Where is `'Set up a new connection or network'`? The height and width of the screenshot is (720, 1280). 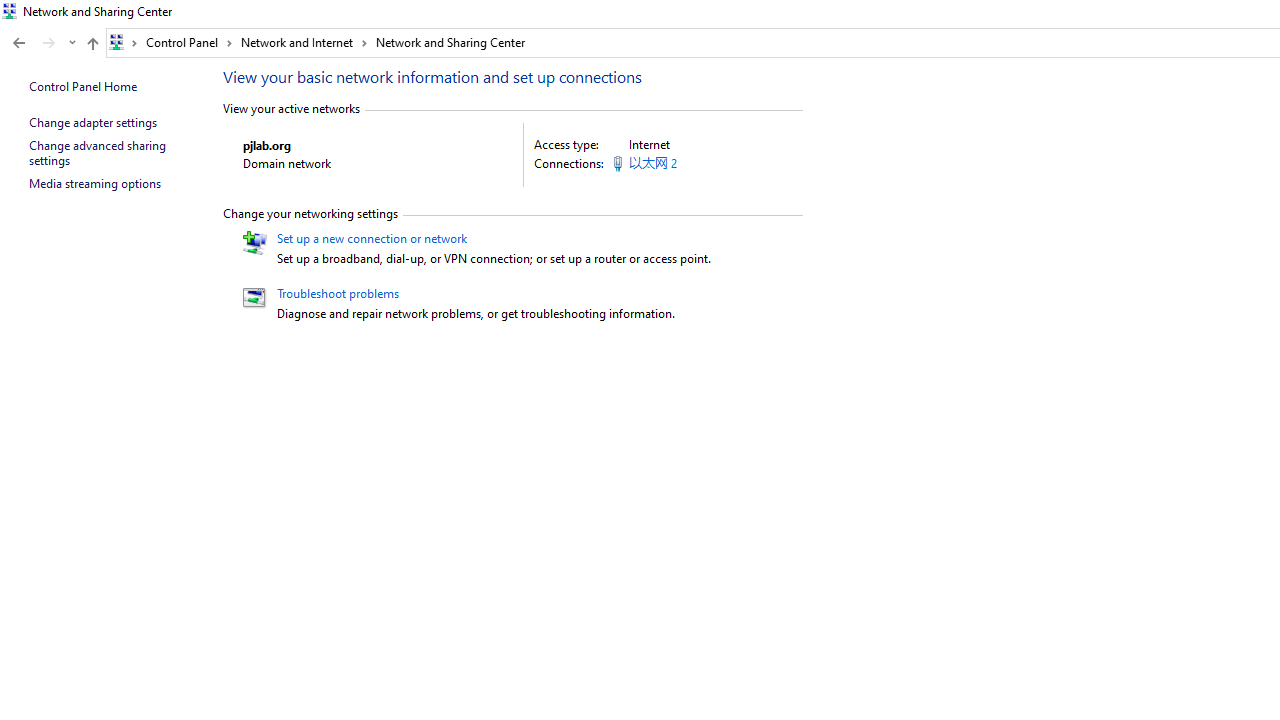
'Set up a new connection or network' is located at coordinates (371, 237).